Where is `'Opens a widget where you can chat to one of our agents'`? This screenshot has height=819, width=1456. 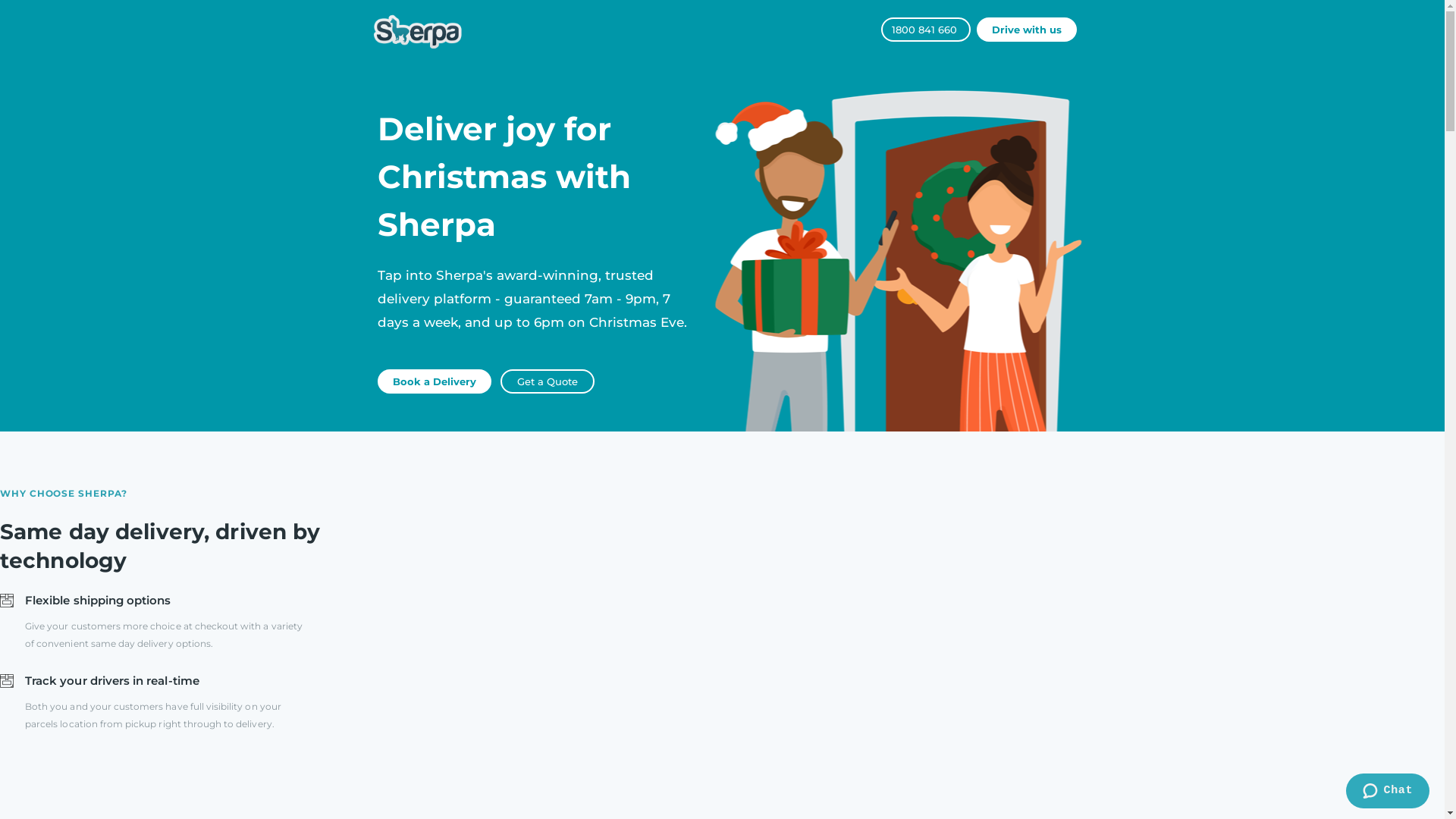
'Opens a widget where you can chat to one of our agents' is located at coordinates (1387, 792).